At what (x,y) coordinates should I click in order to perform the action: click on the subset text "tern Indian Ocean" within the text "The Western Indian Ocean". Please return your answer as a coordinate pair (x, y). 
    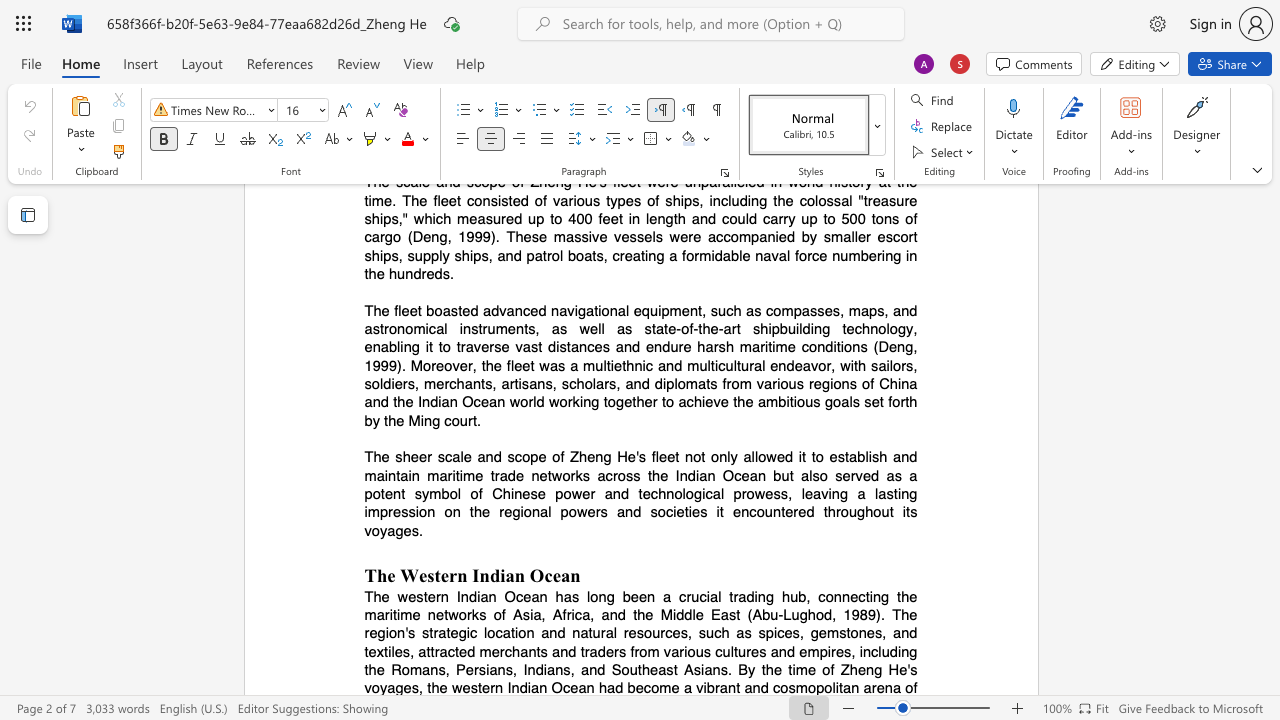
    Looking at the image, I should click on (433, 575).